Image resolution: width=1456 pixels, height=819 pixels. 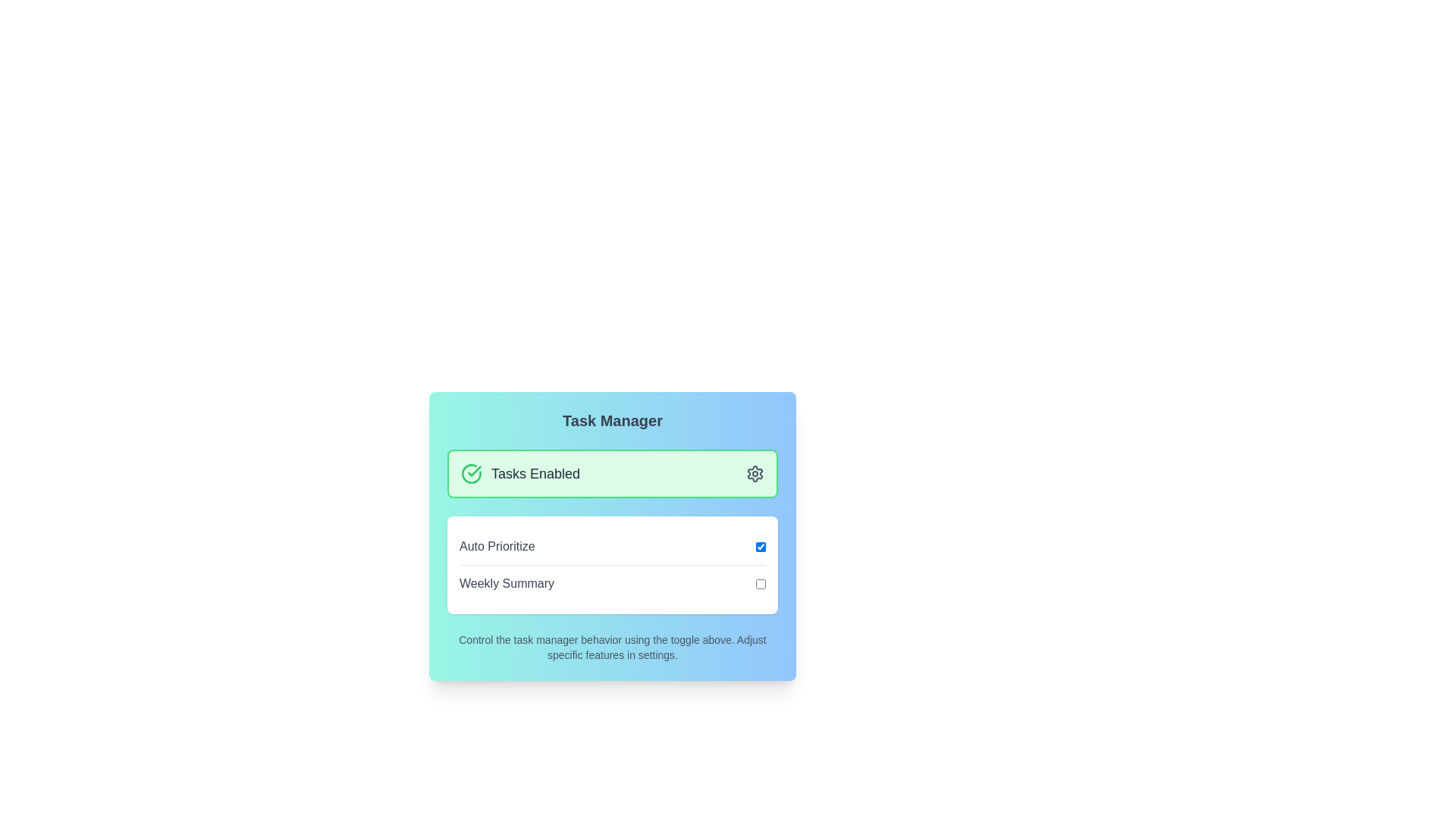 I want to click on the Text label that indicates the enabled state of a feature, positioned between a green circular checkmark icon and a gear icon within the Task Manager card, so click(x=535, y=472).